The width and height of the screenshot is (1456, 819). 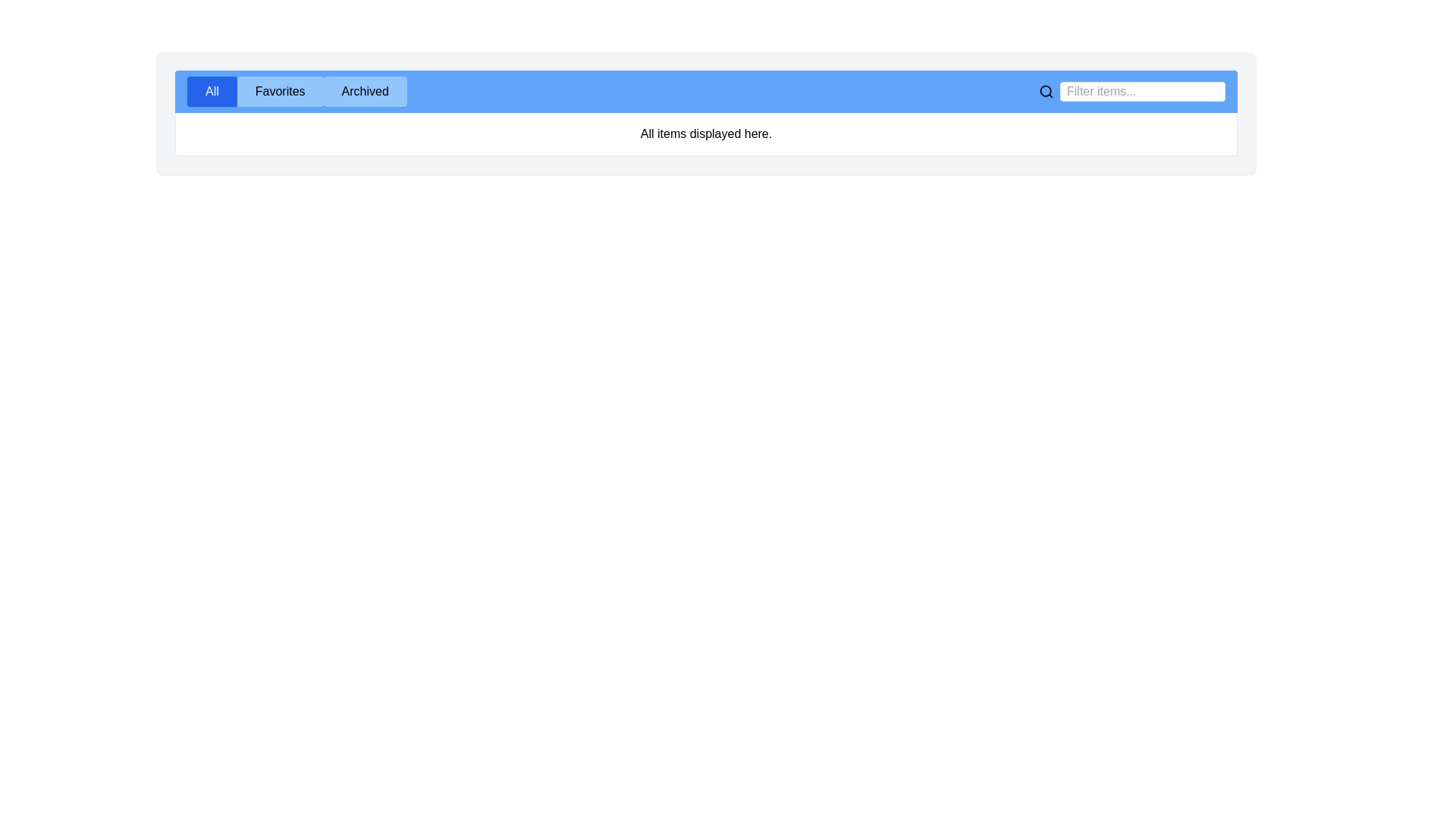 I want to click on the tab labeled Favorites to display its content, so click(x=280, y=91).